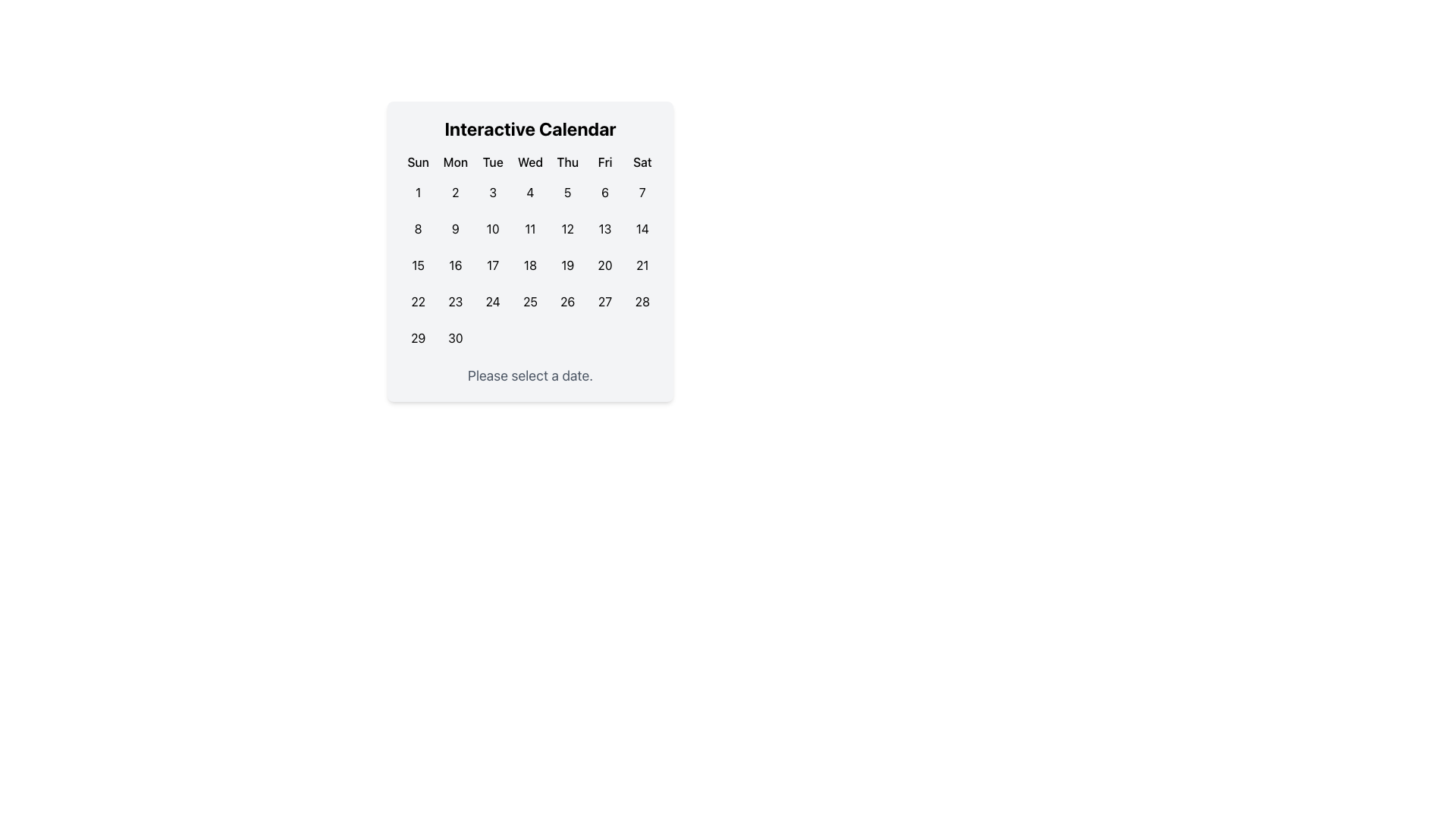 This screenshot has width=1456, height=819. What do you see at coordinates (642, 301) in the screenshot?
I see `the calendar date button displaying the number '28'` at bounding box center [642, 301].